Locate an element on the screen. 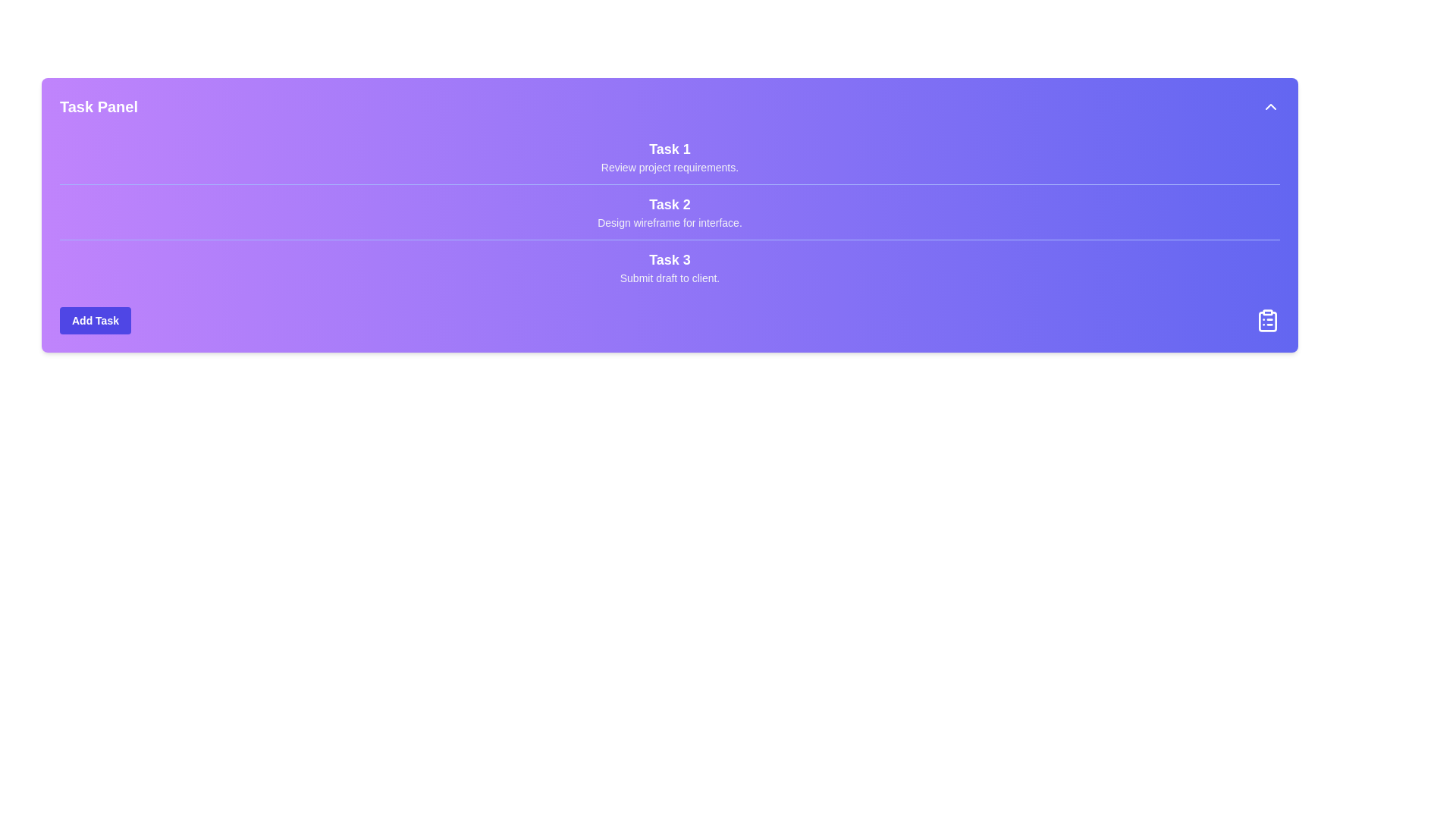 Image resolution: width=1456 pixels, height=819 pixels. the upward-pointing chevron icon in the top-right corner of the purple 'Task Panel' is located at coordinates (1270, 106).